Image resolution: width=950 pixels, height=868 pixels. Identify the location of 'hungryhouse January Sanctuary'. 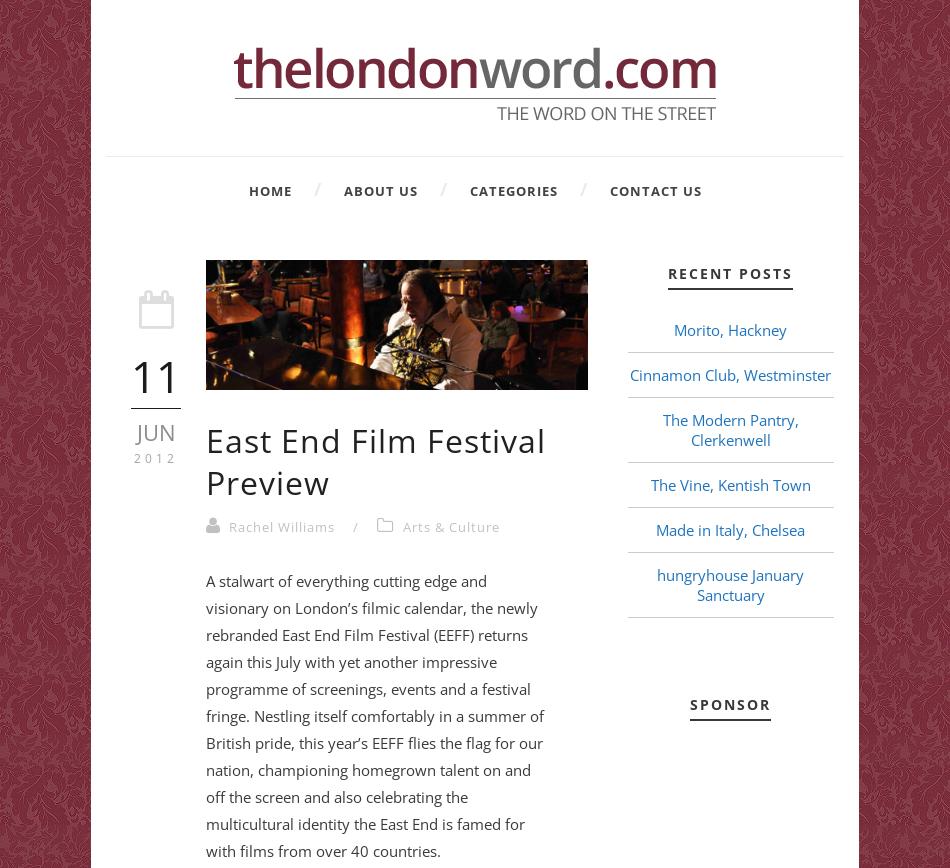
(729, 585).